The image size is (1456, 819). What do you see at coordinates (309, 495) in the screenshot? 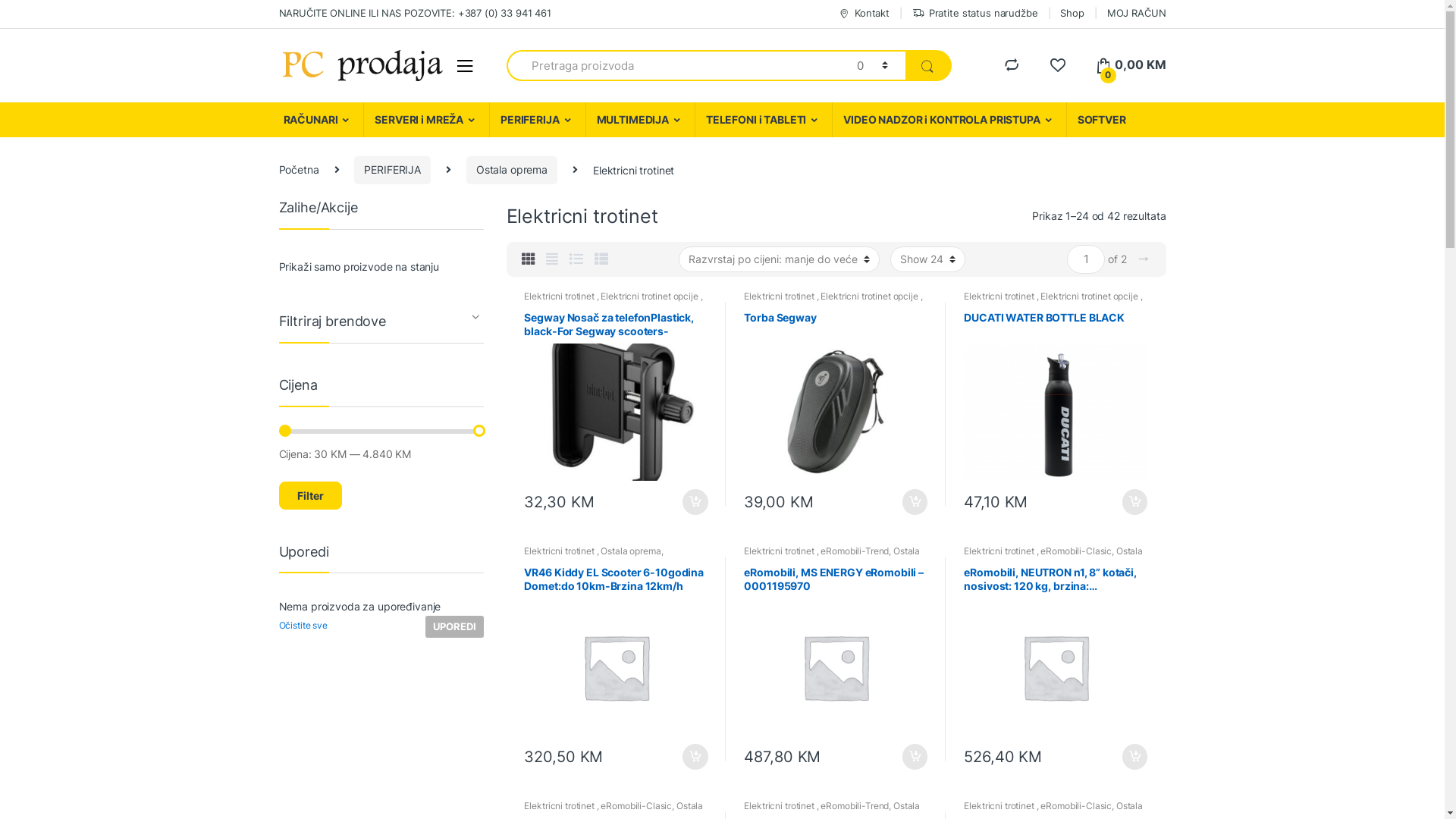
I see `'Filter'` at bounding box center [309, 495].